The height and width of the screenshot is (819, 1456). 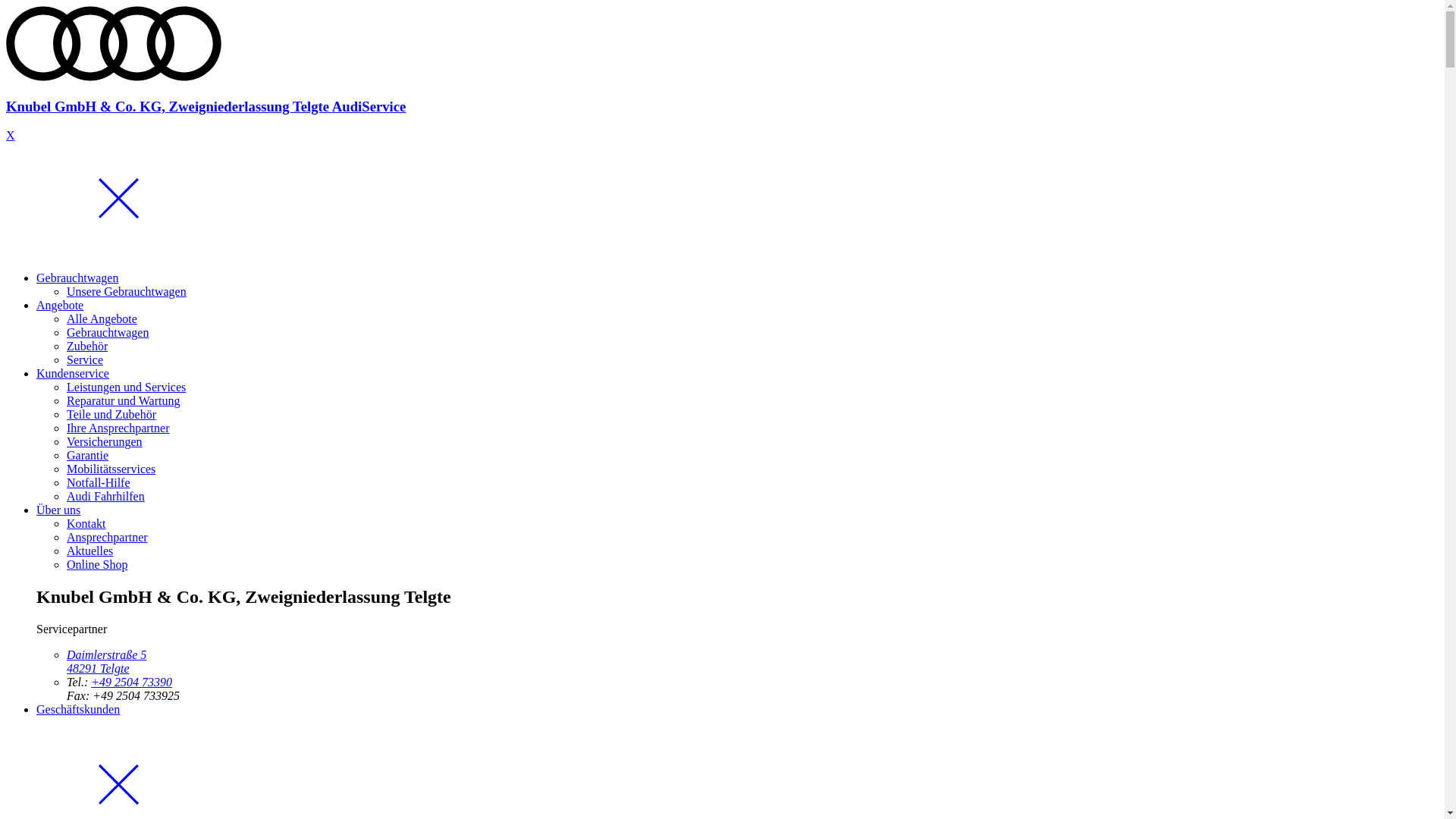 I want to click on 'Gebrauchtwagen', so click(x=107, y=331).